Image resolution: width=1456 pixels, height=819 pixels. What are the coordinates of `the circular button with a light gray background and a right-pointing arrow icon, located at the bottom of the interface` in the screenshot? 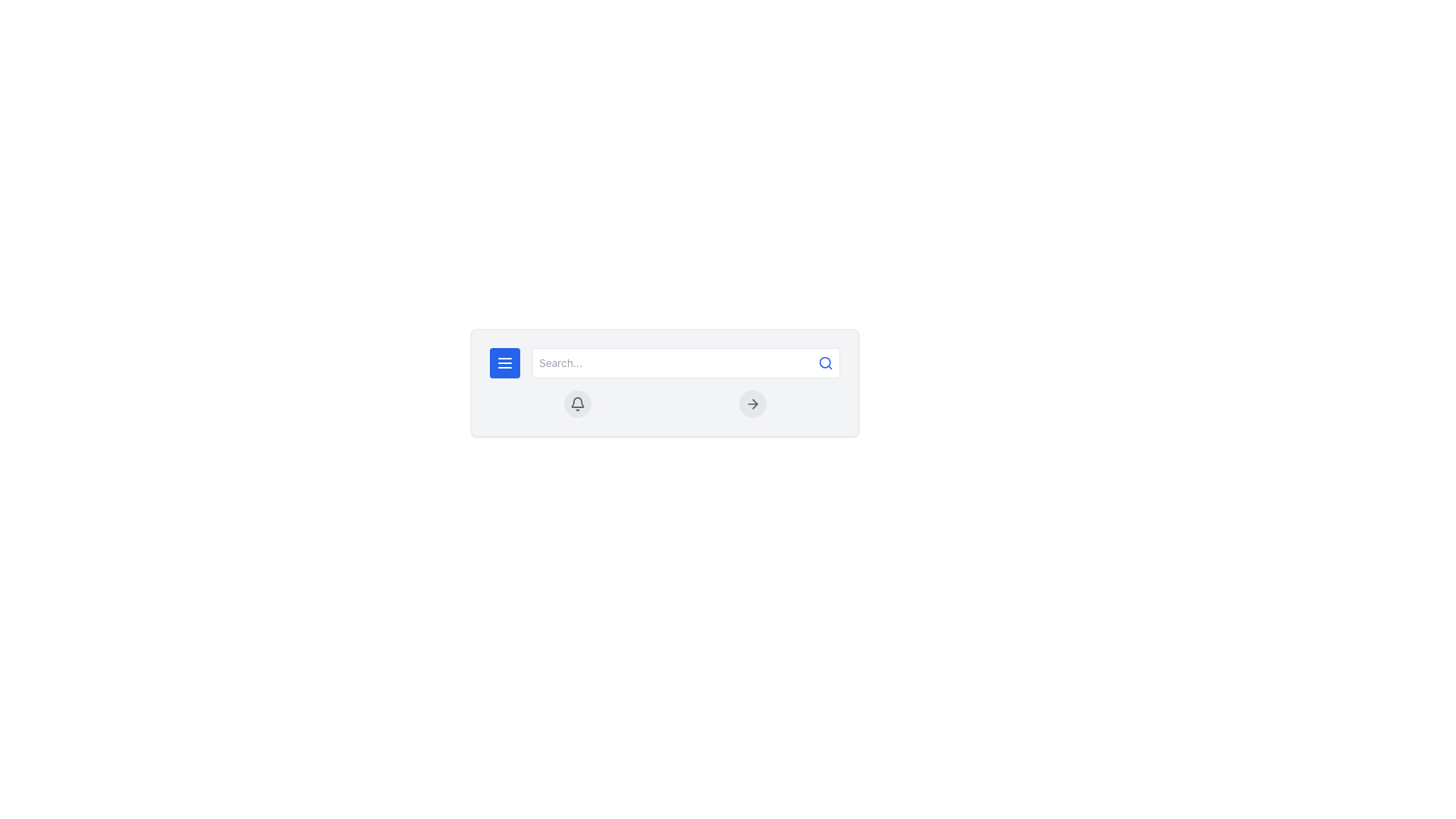 It's located at (752, 403).